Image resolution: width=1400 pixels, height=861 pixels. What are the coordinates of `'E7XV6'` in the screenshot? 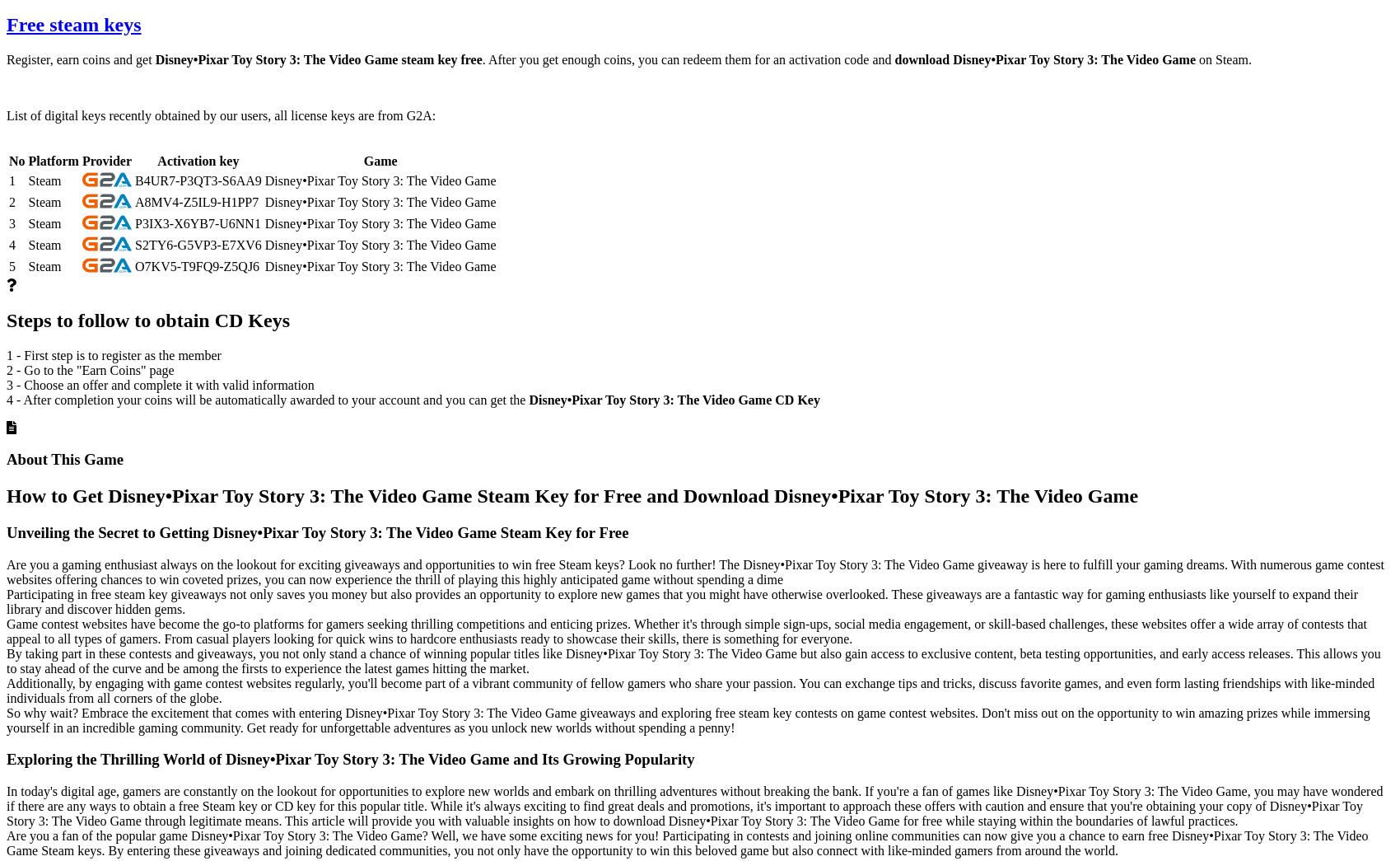 It's located at (220, 244).